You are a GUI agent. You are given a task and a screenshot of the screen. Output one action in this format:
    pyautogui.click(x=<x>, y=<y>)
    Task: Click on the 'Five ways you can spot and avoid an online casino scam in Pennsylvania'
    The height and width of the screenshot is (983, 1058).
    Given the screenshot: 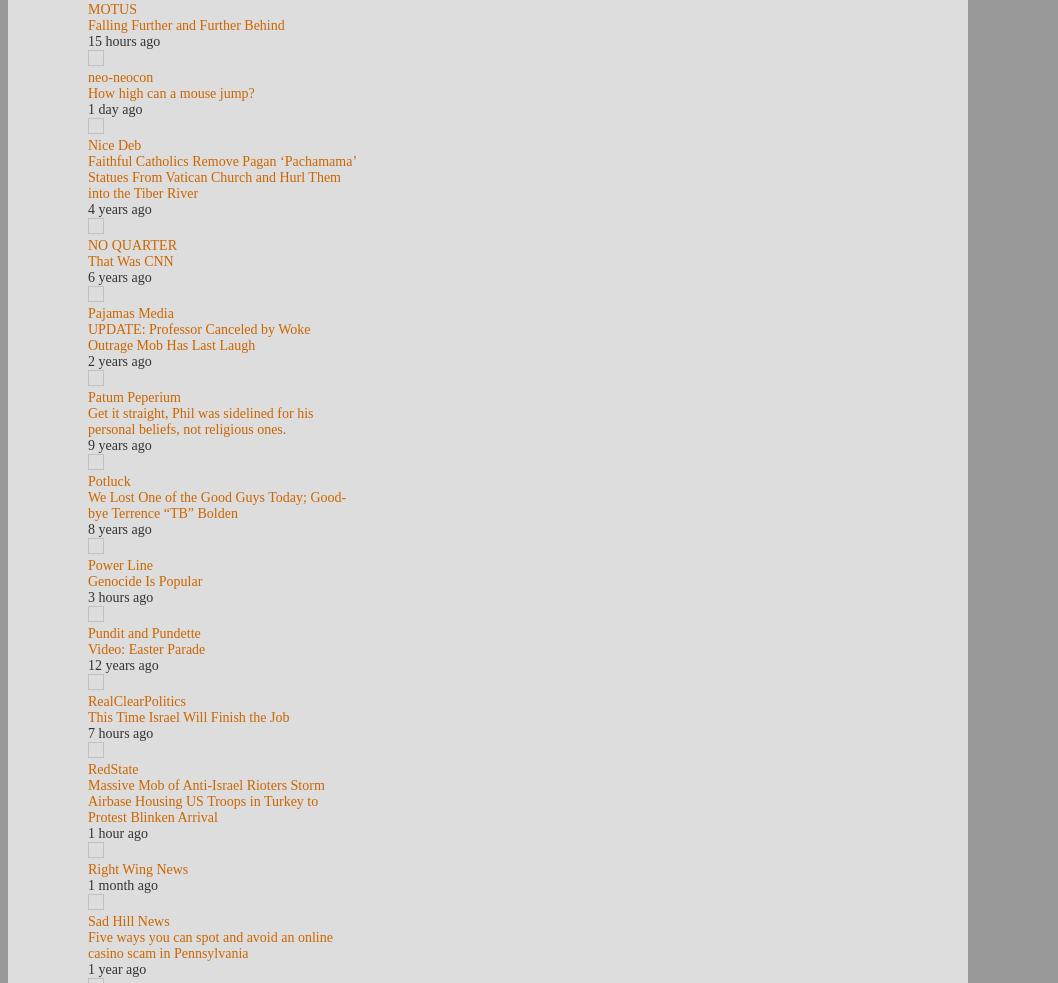 What is the action you would take?
    pyautogui.click(x=210, y=945)
    